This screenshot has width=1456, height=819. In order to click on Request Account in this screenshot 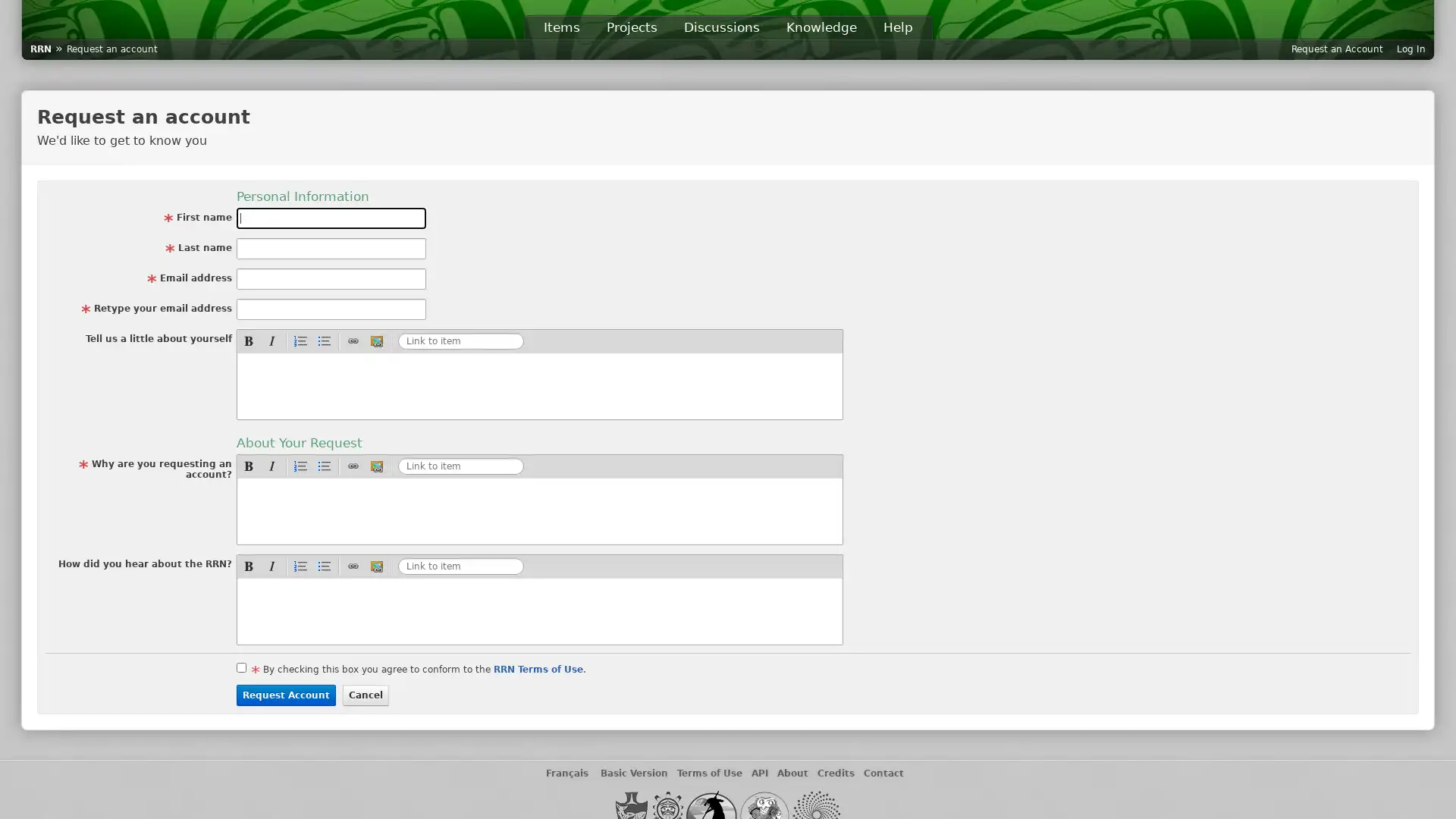, I will do `click(286, 695)`.